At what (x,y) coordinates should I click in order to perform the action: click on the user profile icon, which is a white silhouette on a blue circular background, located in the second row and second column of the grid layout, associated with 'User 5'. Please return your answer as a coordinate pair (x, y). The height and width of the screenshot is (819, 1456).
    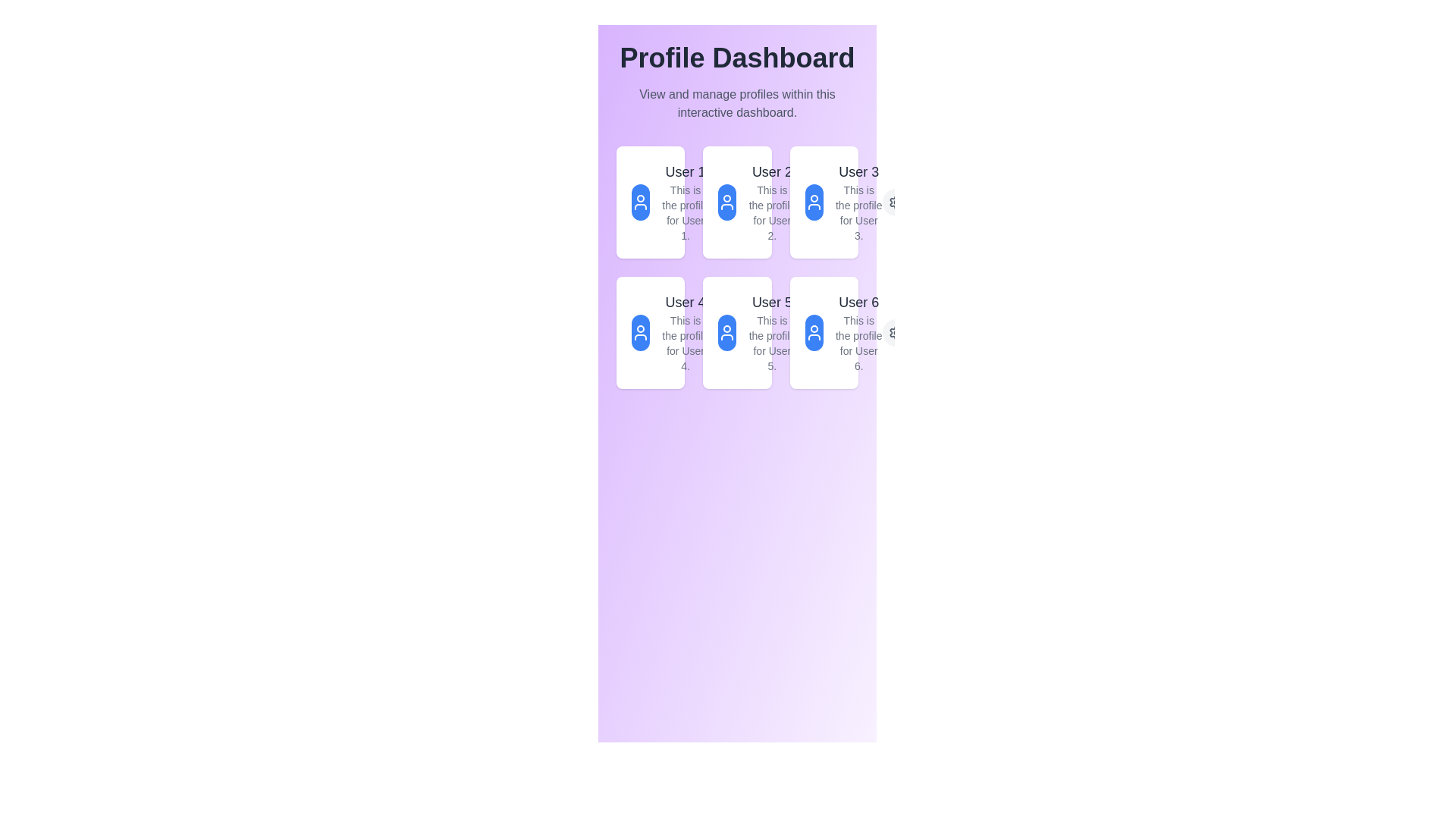
    Looking at the image, I should click on (726, 332).